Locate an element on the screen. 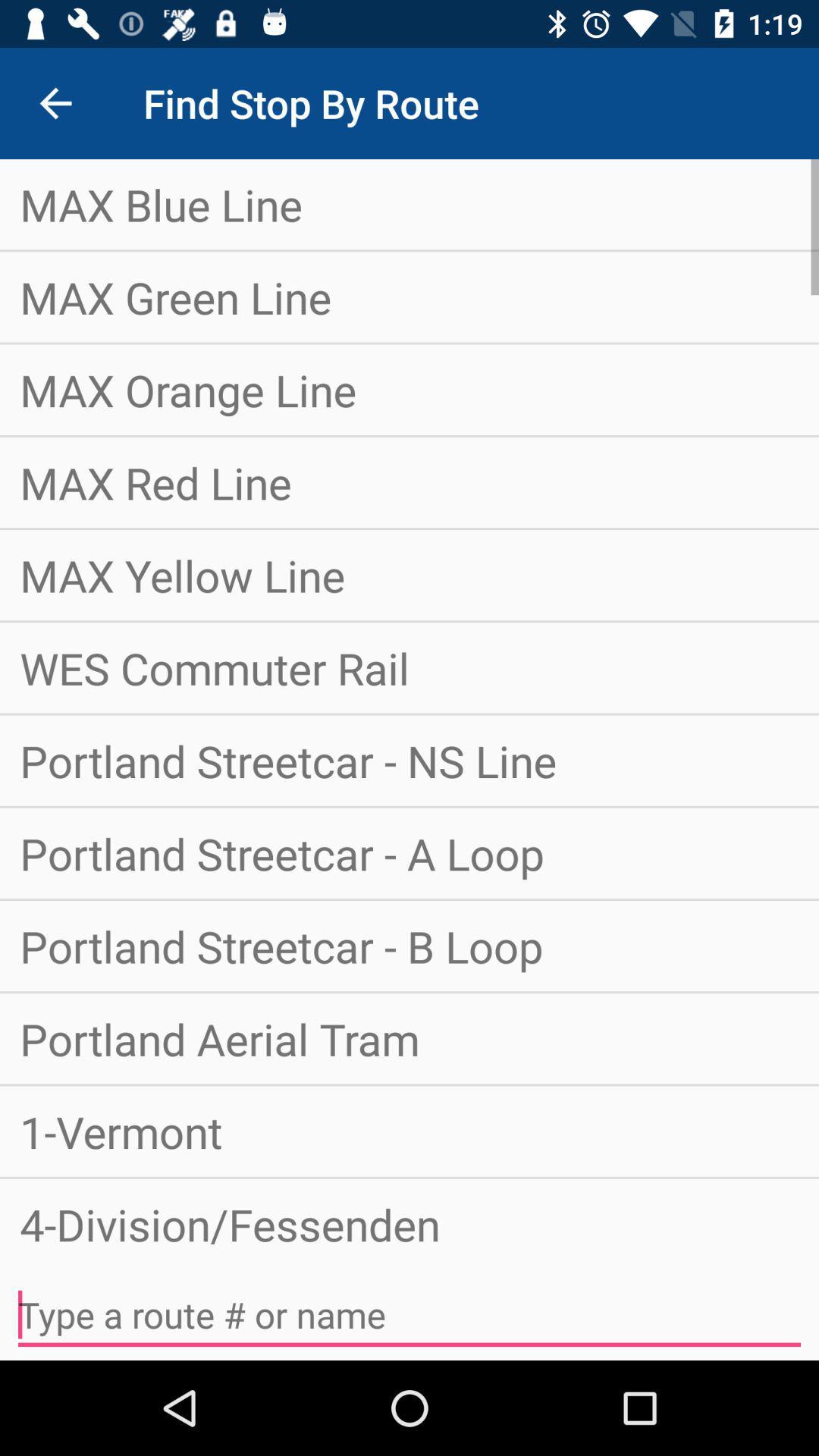 Image resolution: width=819 pixels, height=1456 pixels. item above the max blue line is located at coordinates (55, 102).